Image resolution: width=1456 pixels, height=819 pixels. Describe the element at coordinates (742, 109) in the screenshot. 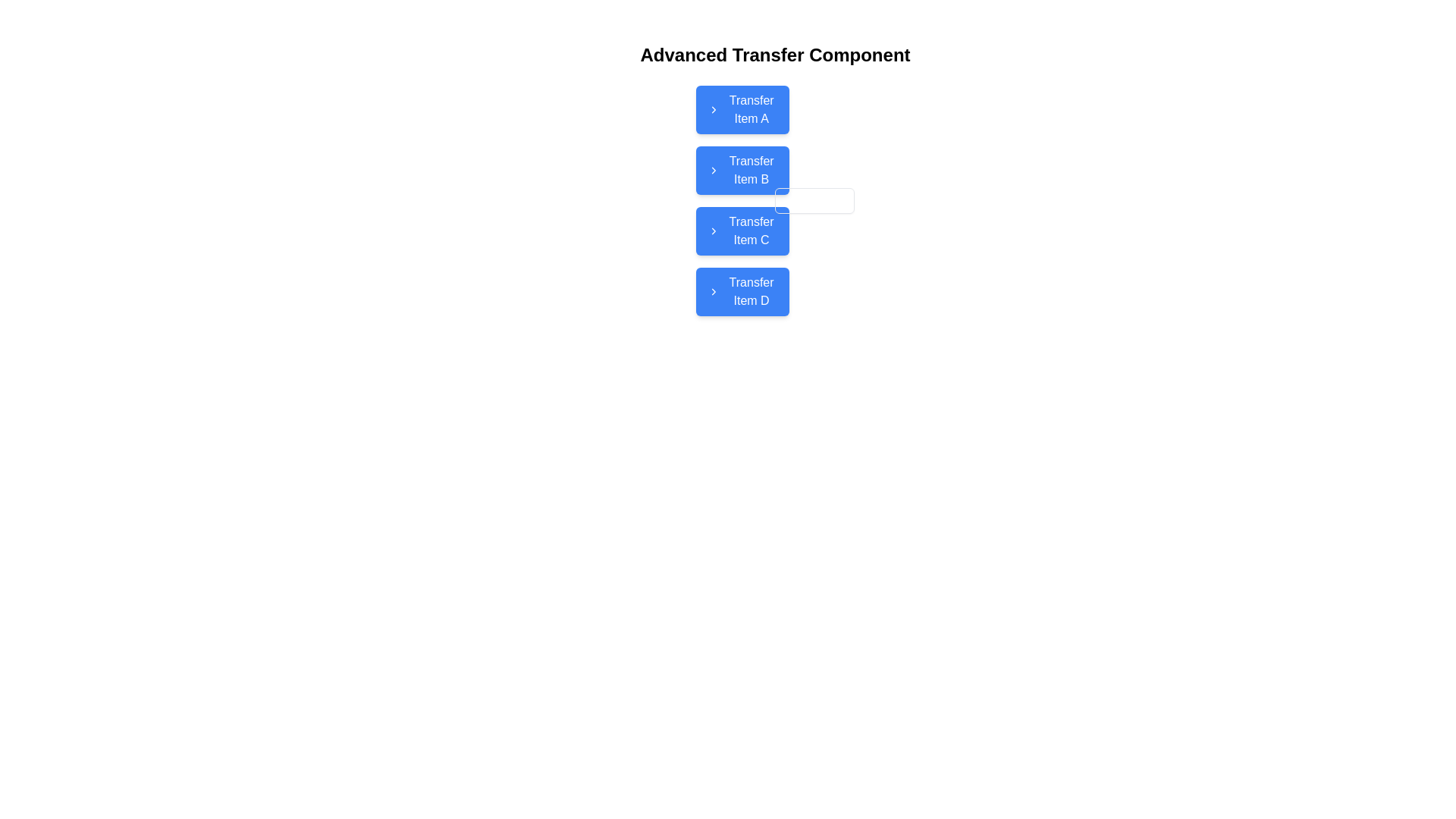

I see `the first button labeled 'Transfer Item A' to initiate the transfer action` at that location.